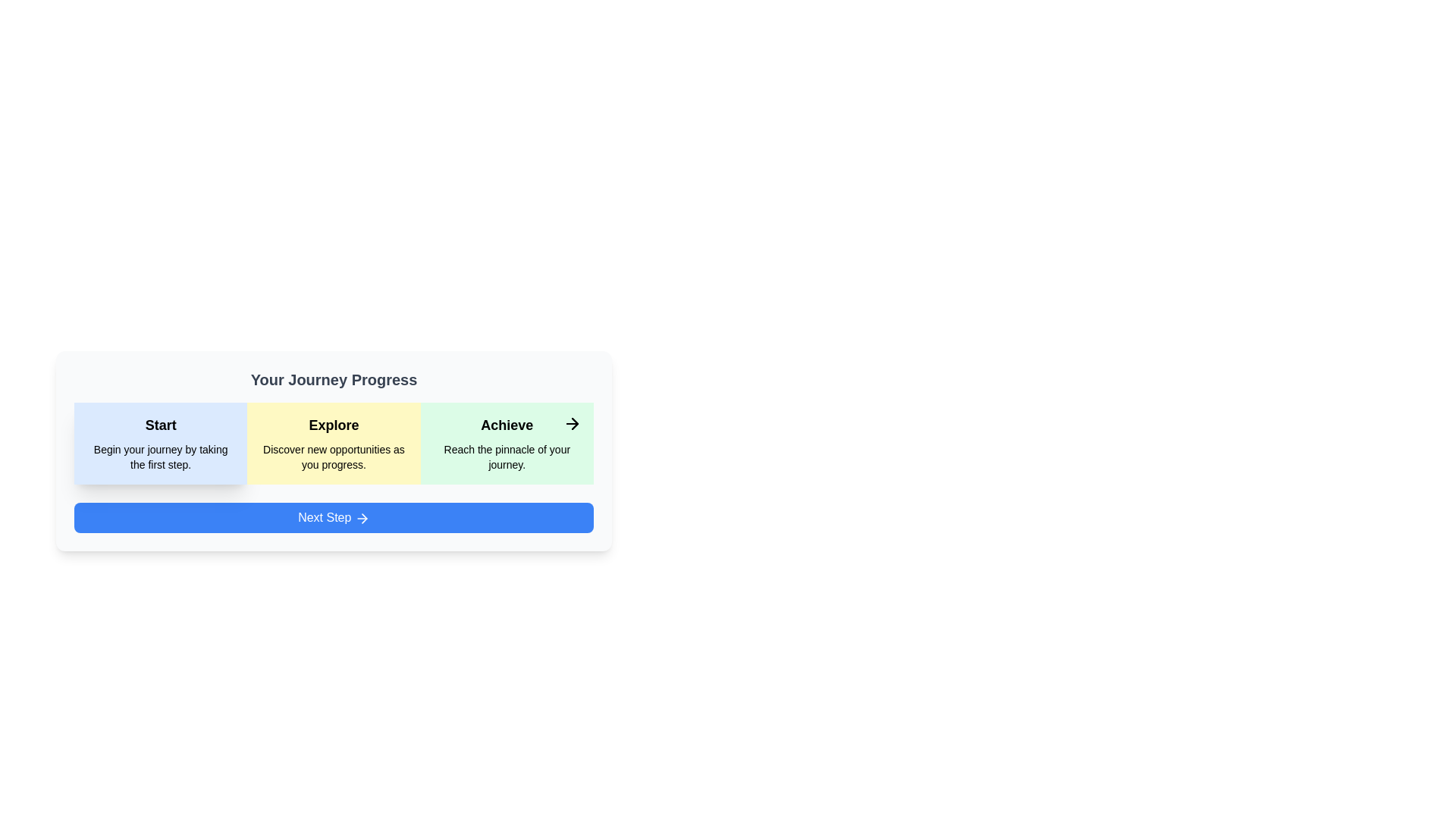 The width and height of the screenshot is (1456, 819). What do you see at coordinates (161, 425) in the screenshot?
I see `the bold, large-font text label that reads 'Start', which is located in the 'Your Journey Progress' area, above the text 'Begin your journey by taking the first step.'` at bounding box center [161, 425].